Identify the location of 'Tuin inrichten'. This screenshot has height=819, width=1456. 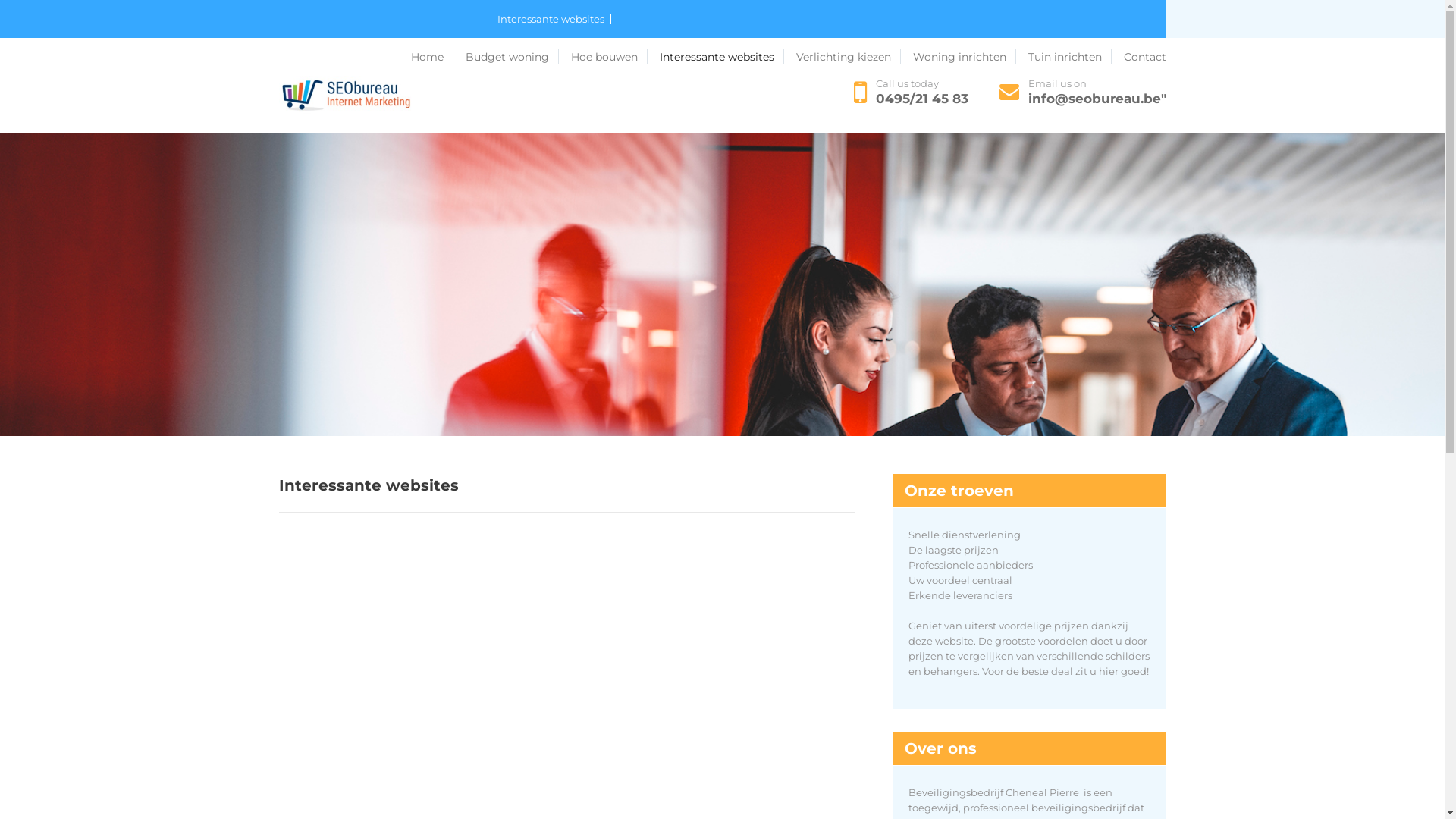
(1055, 56).